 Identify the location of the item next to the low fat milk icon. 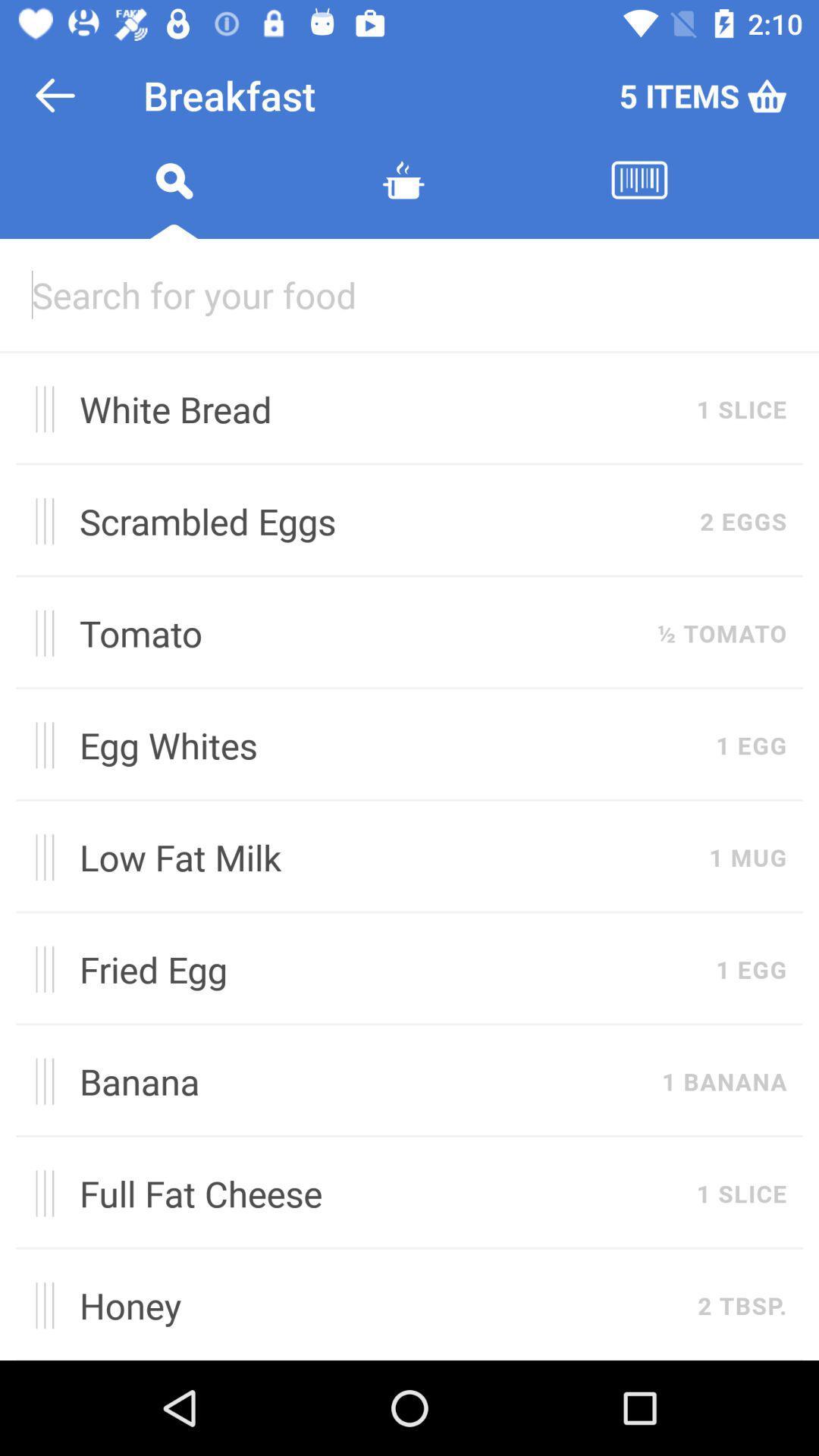
(39, 857).